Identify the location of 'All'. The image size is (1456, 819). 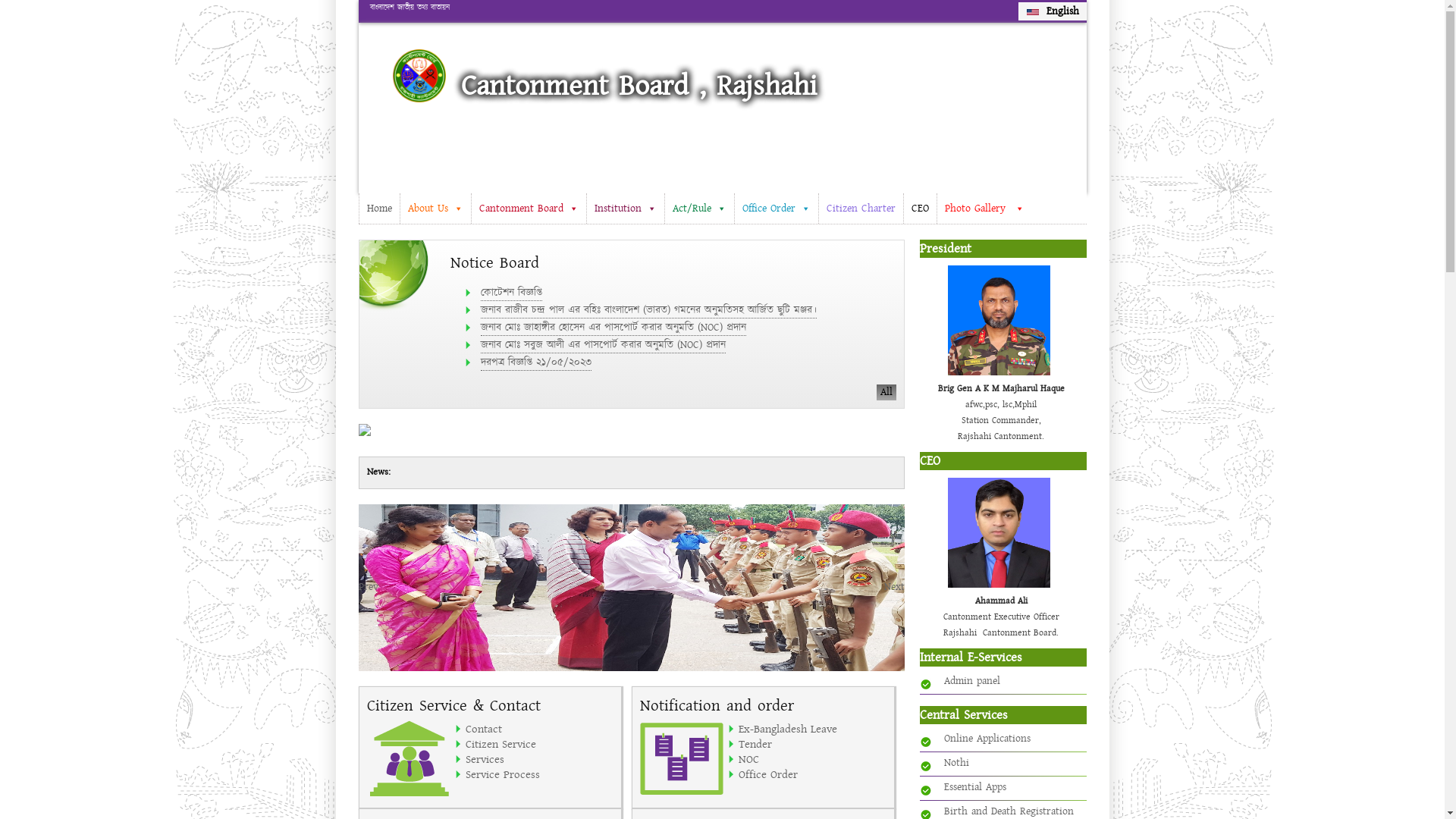
(886, 391).